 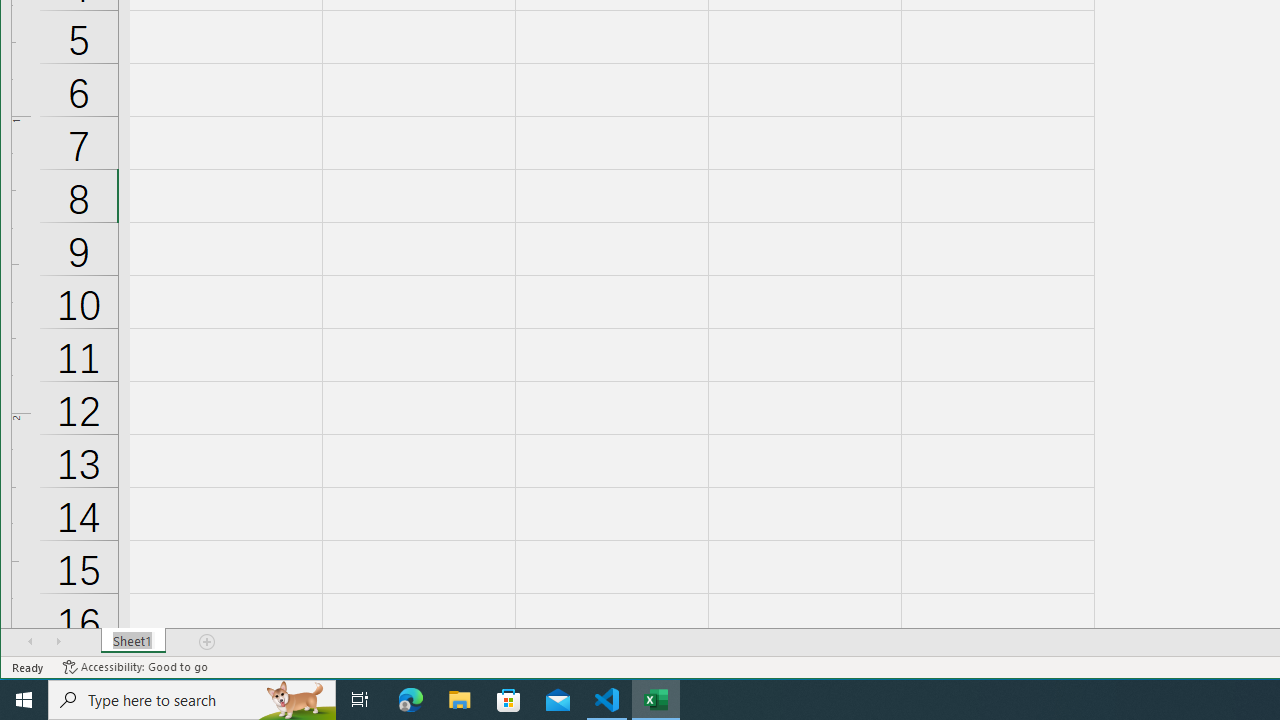 I want to click on 'Sheet Tab', so click(x=132, y=641).